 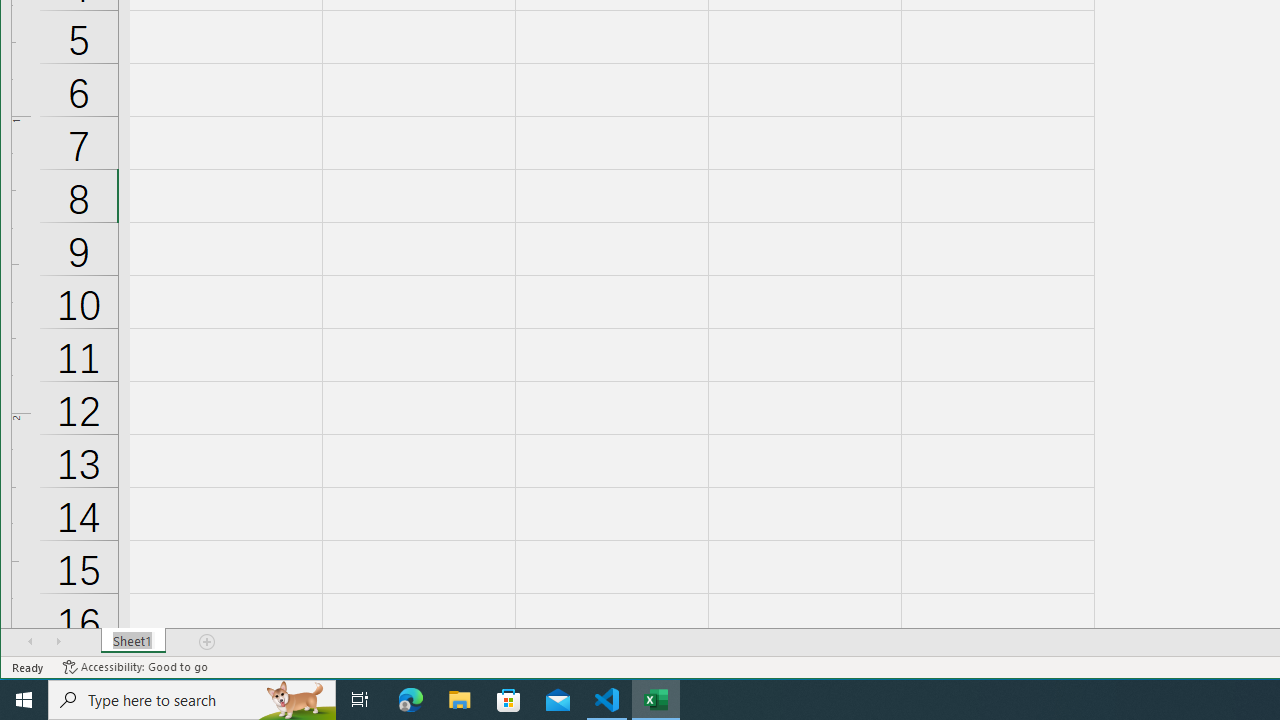 I want to click on 'Sheet Tab', so click(x=132, y=641).